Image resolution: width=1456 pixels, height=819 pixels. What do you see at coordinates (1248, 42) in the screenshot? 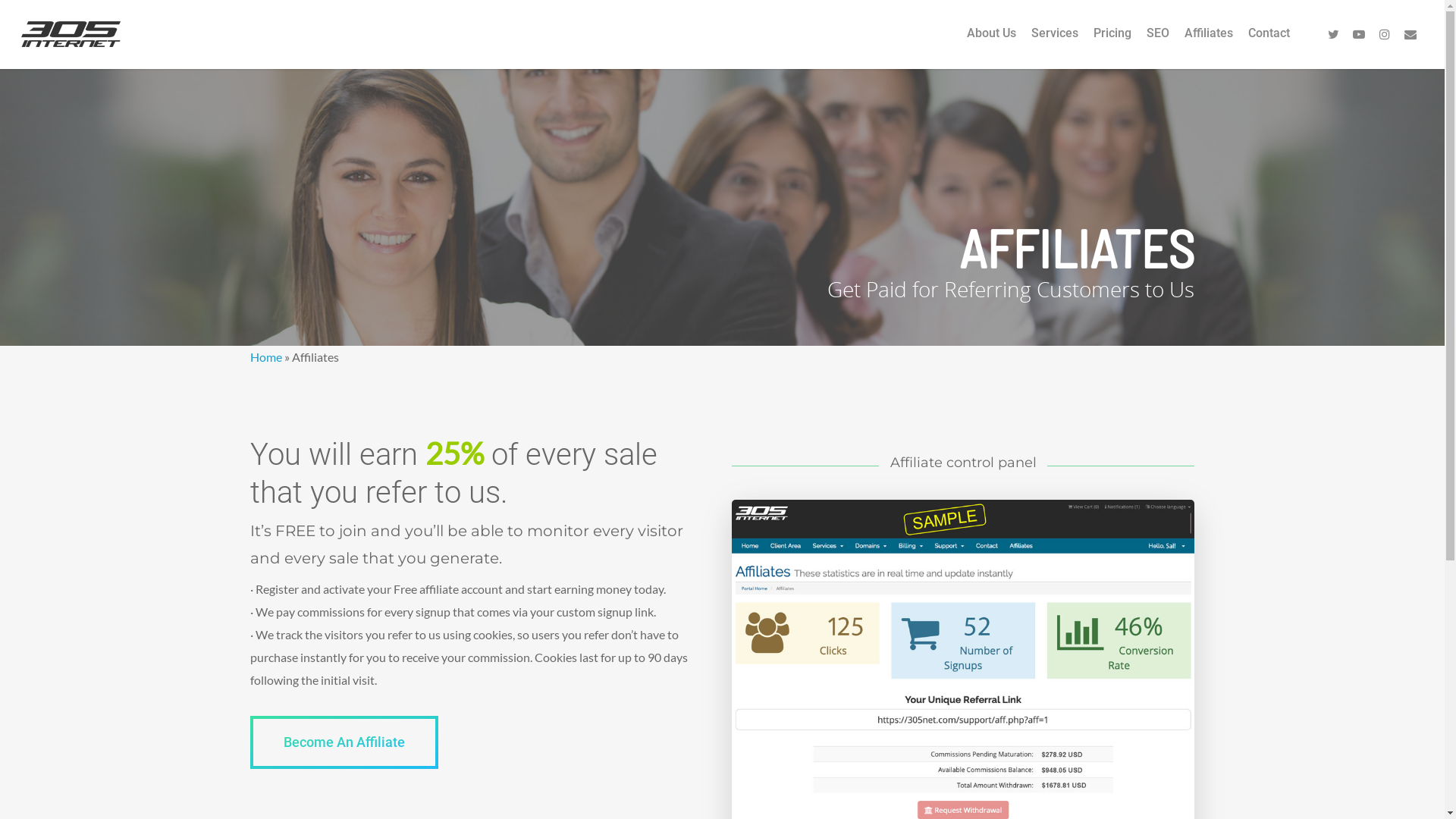
I see `'Contact'` at bounding box center [1248, 42].